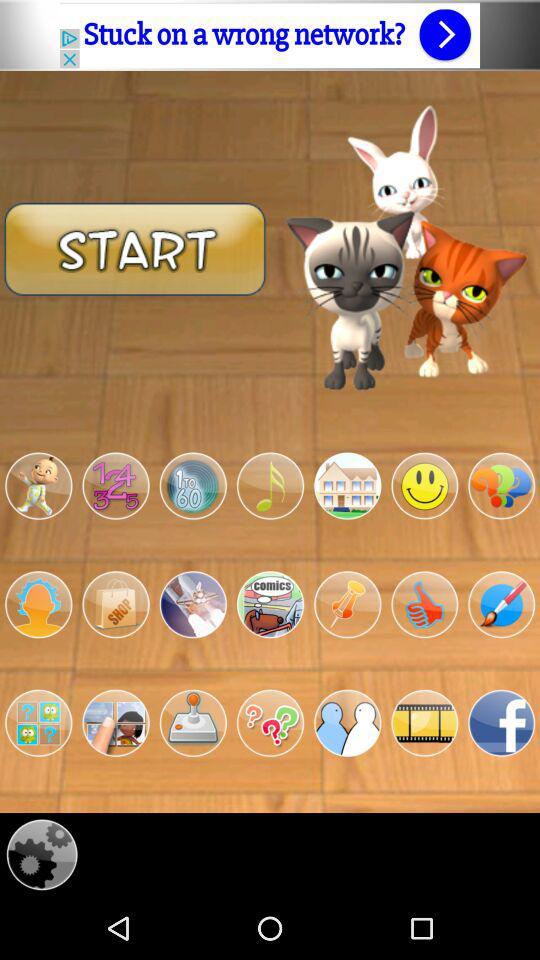 Image resolution: width=540 pixels, height=960 pixels. What do you see at coordinates (38, 722) in the screenshot?
I see `start game` at bounding box center [38, 722].